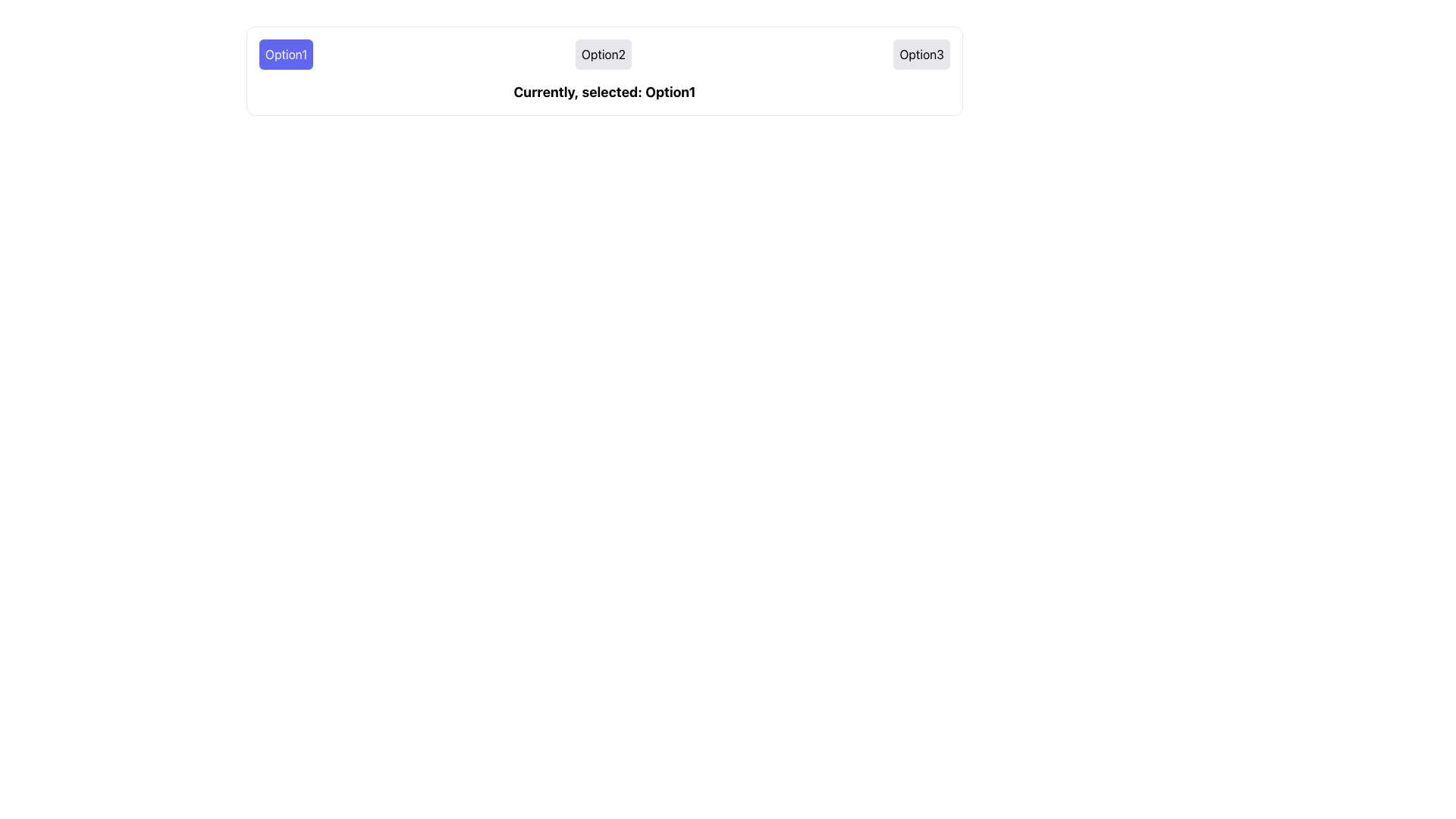 This screenshot has width=1456, height=819. Describe the element at coordinates (921, 54) in the screenshot. I see `the button labeled 'Option3', which has a light gray background and black text` at that location.